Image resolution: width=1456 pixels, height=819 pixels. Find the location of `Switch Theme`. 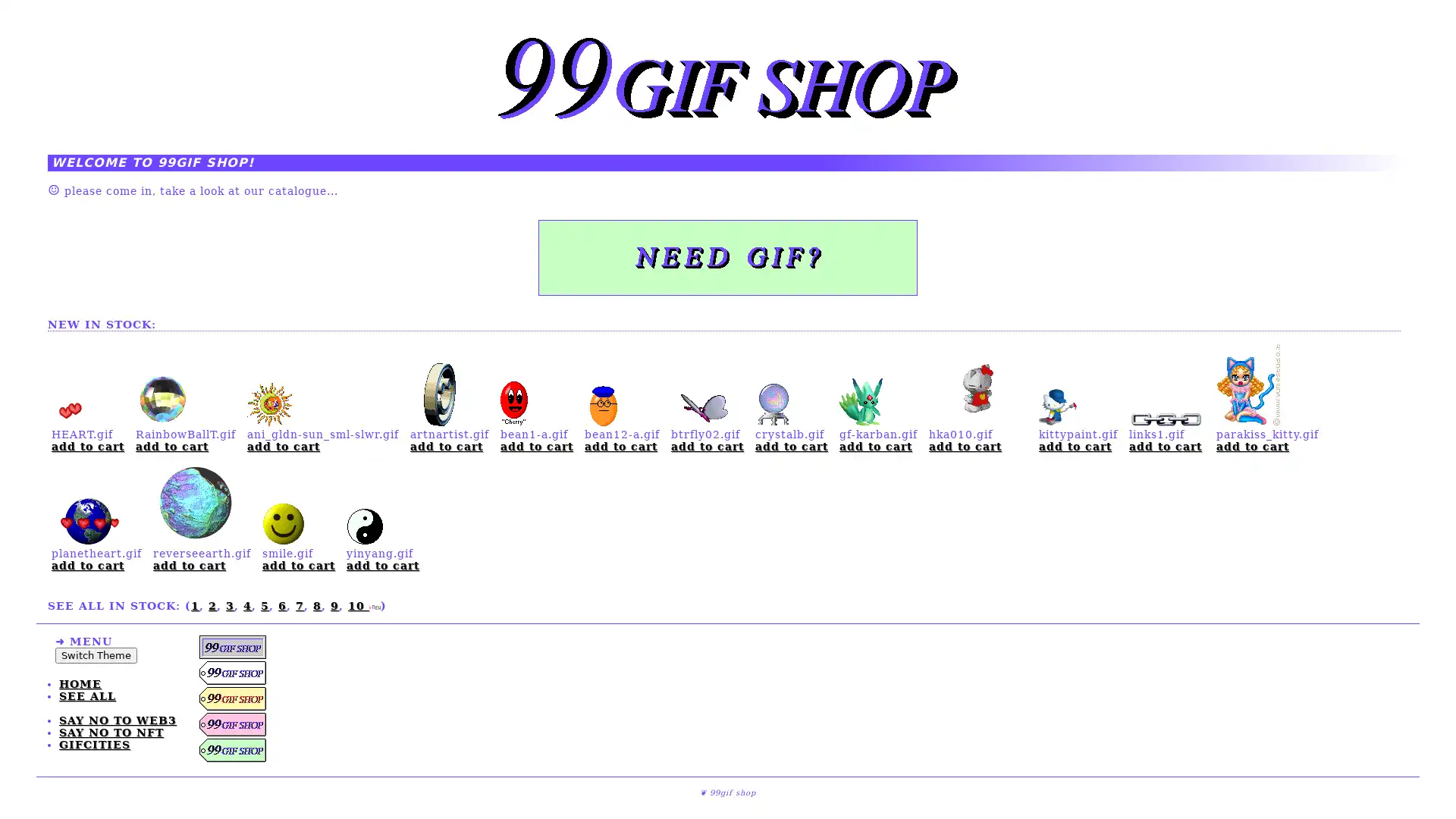

Switch Theme is located at coordinates (95, 654).